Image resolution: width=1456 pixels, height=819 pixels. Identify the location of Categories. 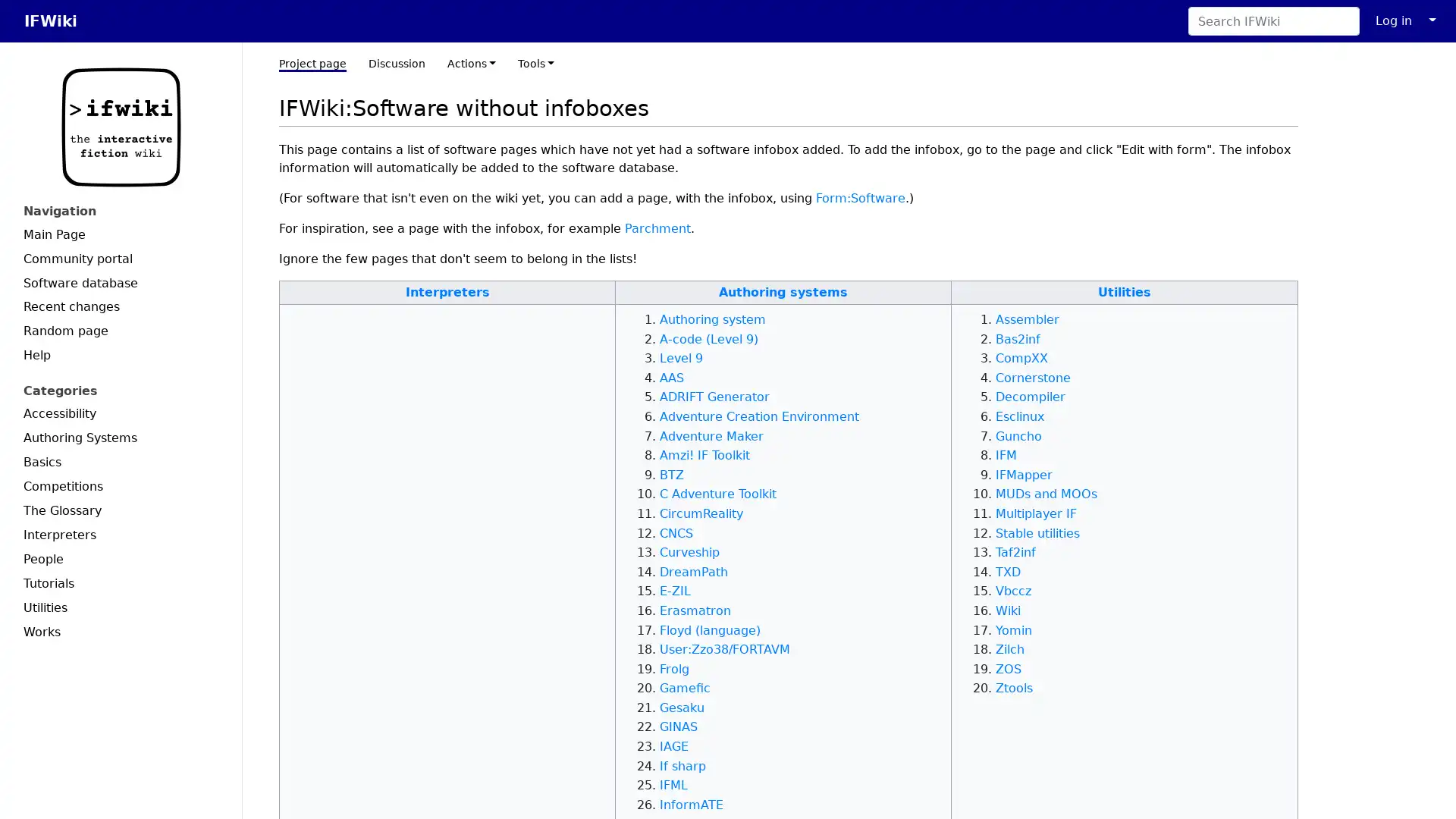
(120, 390).